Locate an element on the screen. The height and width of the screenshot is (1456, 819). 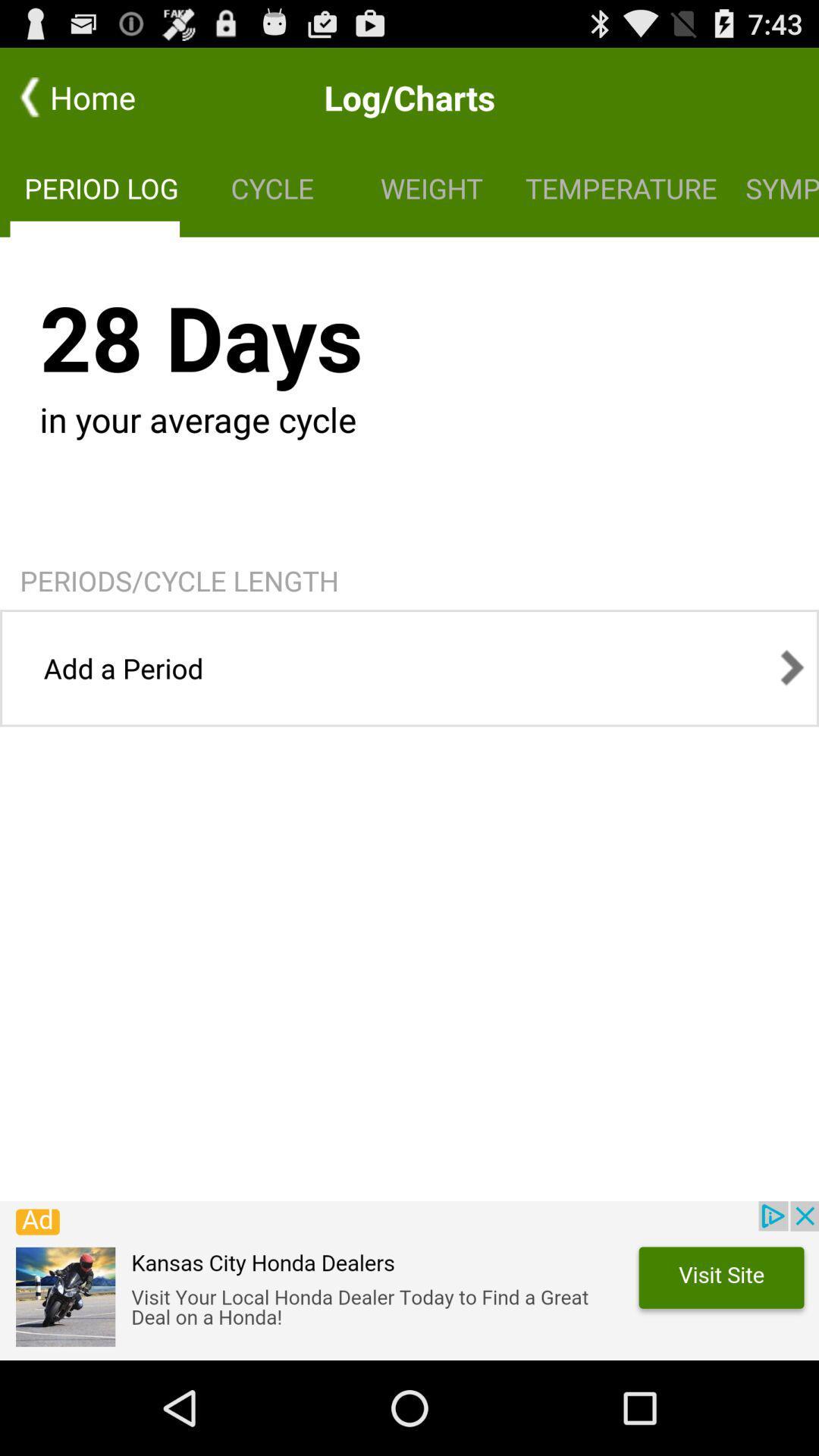
advertisement area is located at coordinates (409, 1280).